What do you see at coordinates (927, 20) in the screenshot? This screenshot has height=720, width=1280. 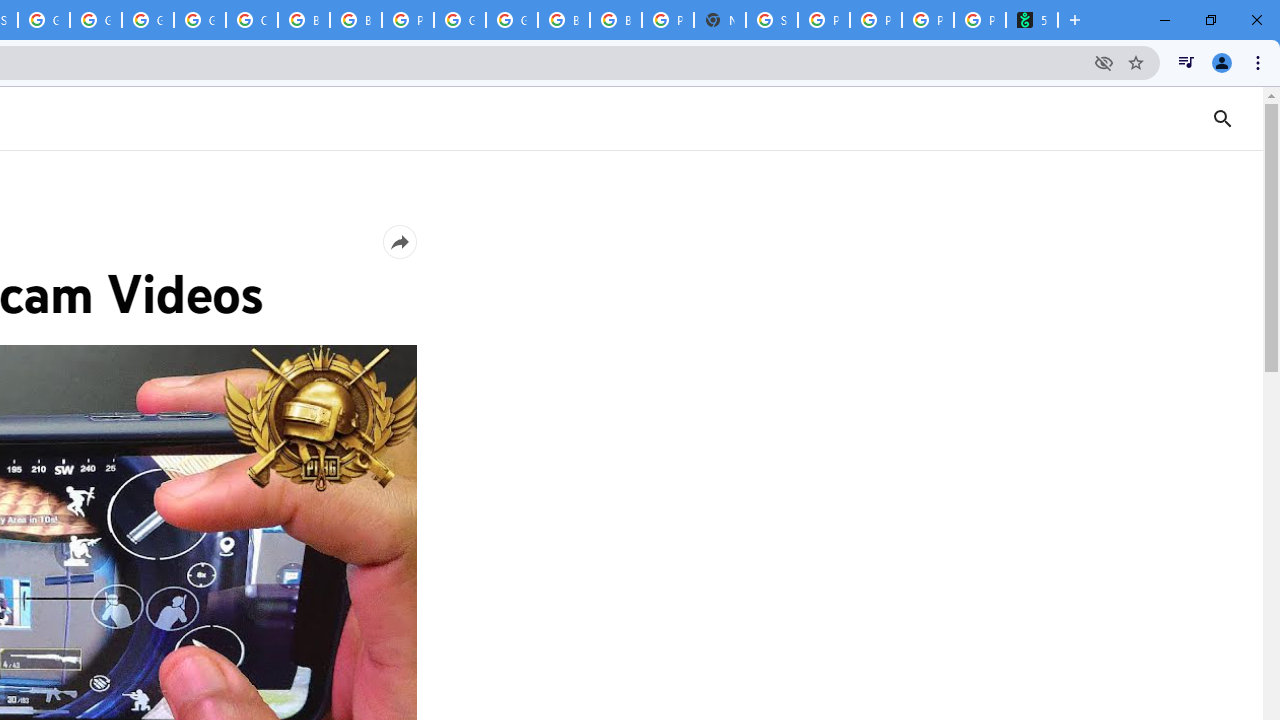 I see `'Privacy Checkup'` at bounding box center [927, 20].